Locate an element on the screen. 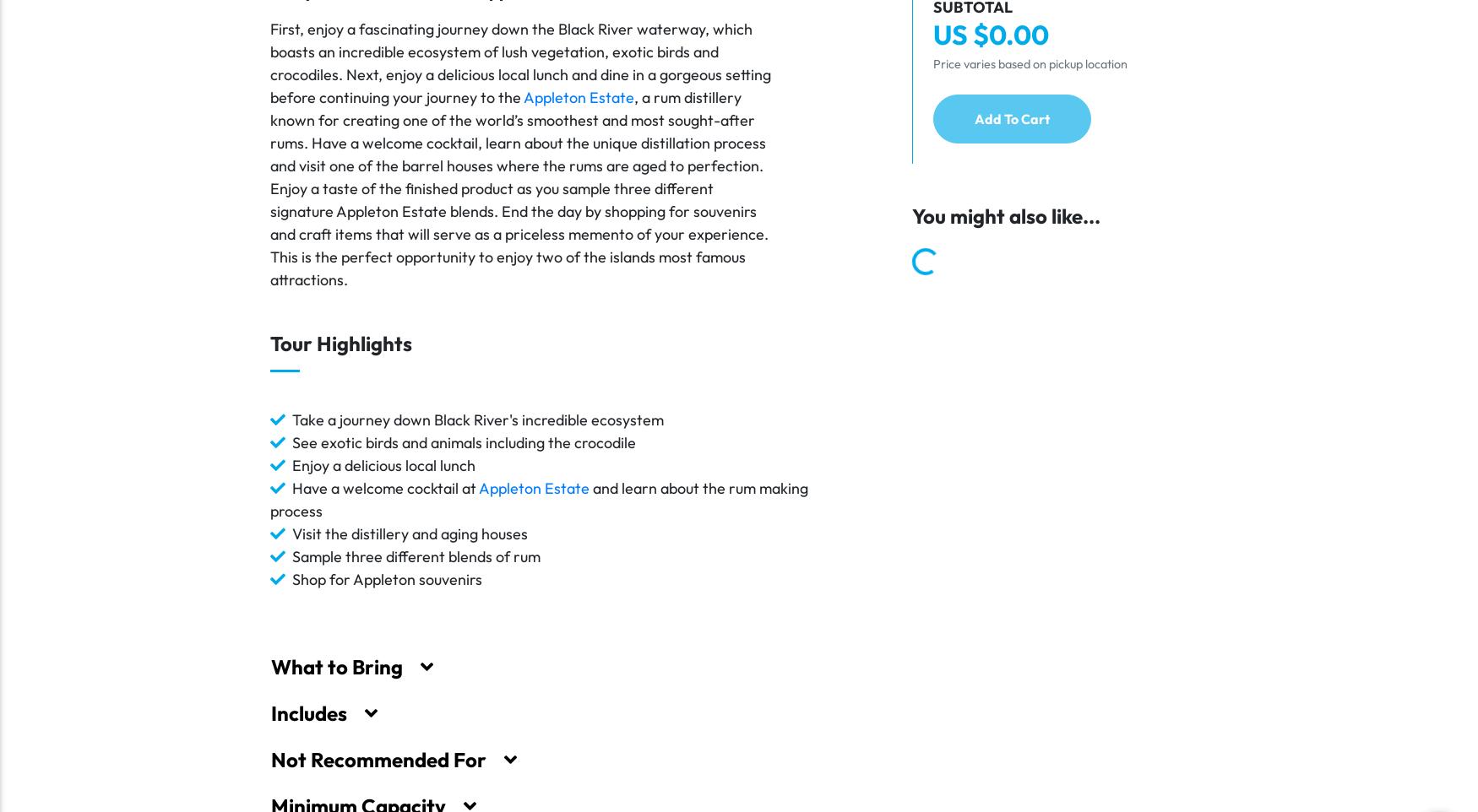 This screenshot has height=812, width=1478. 'Add To Cart' is located at coordinates (1012, 116).